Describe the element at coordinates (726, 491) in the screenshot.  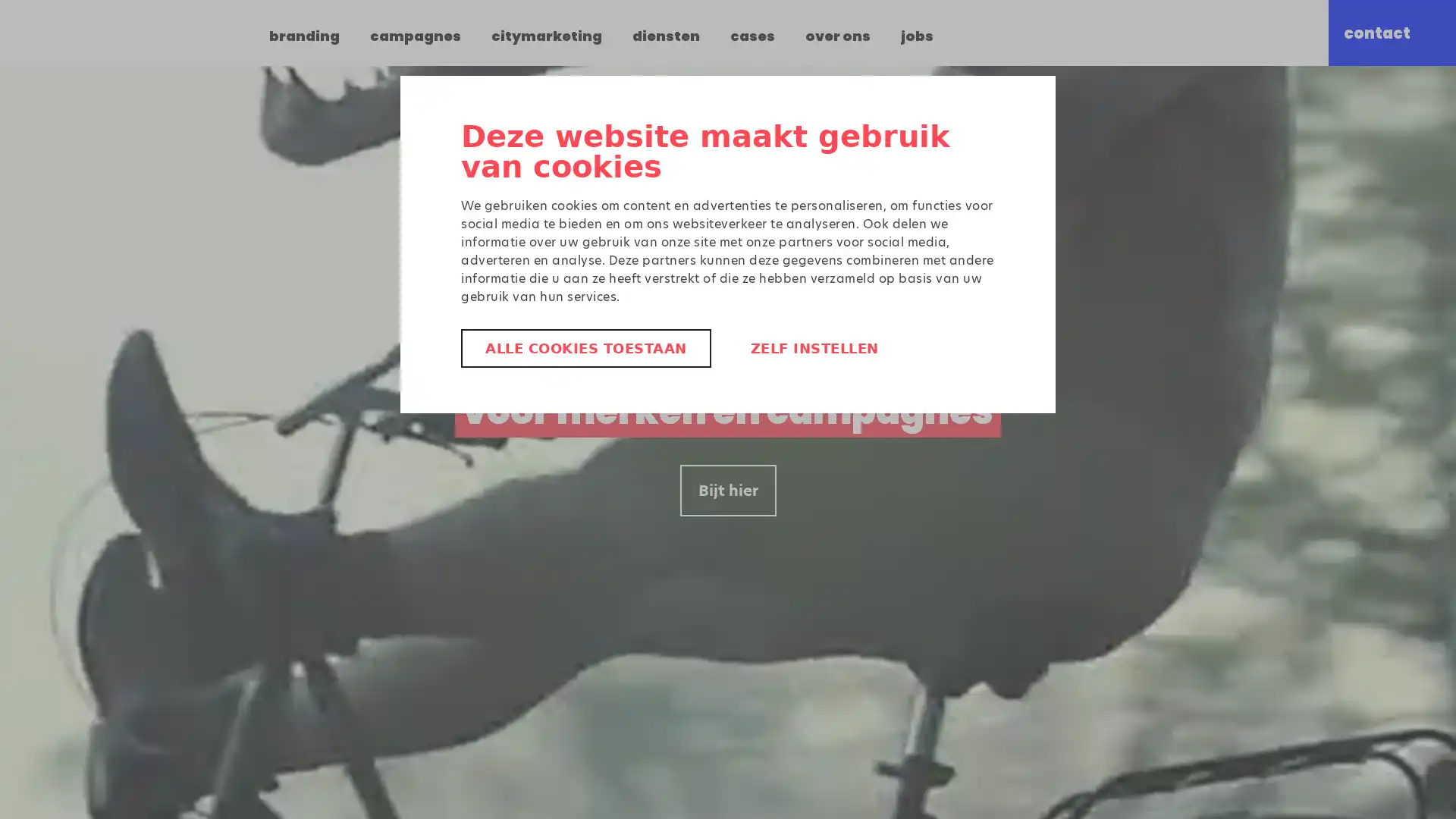
I see `Bijt hier` at that location.